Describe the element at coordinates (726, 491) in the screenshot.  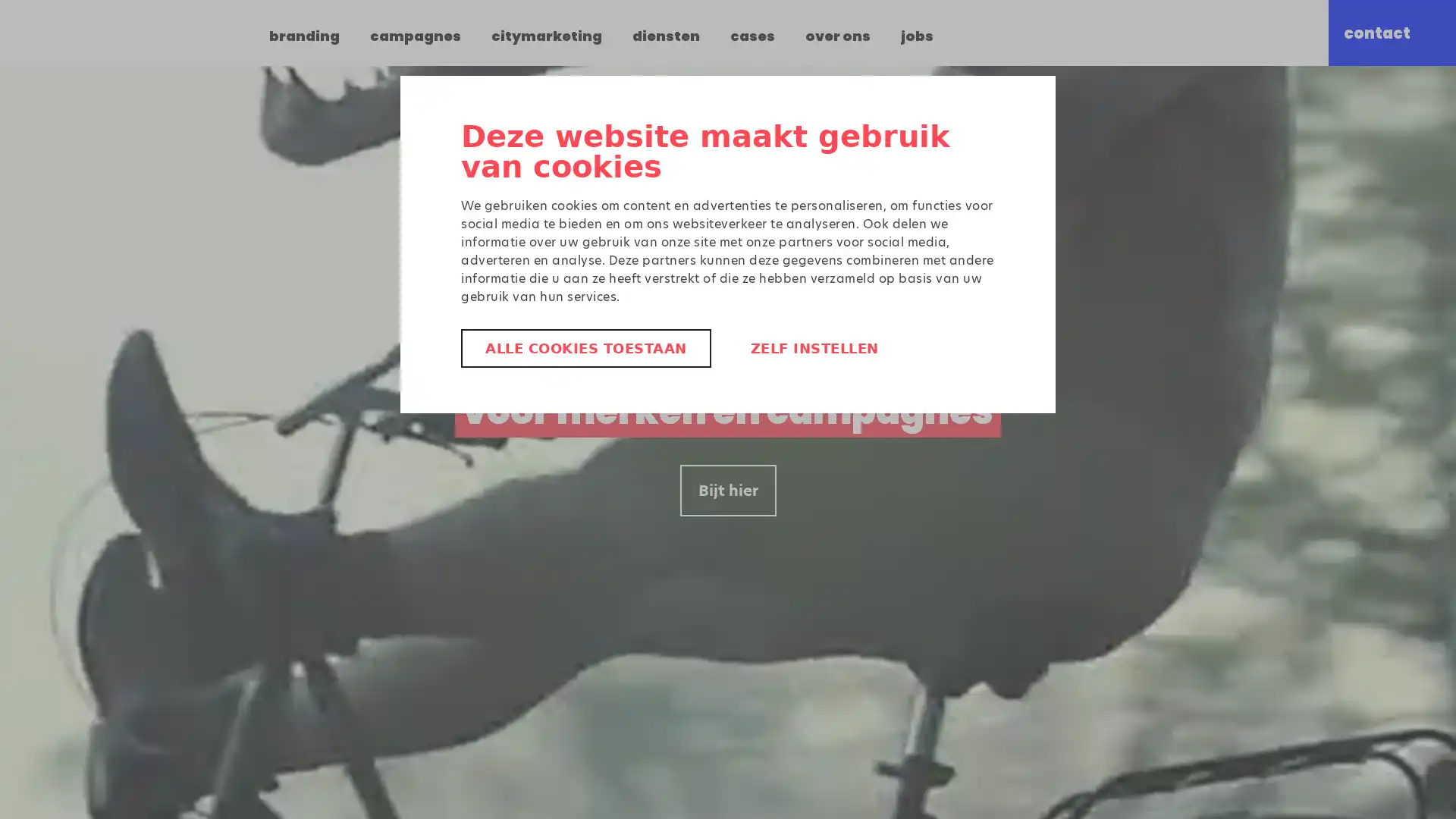
I see `Bijt hier` at that location.